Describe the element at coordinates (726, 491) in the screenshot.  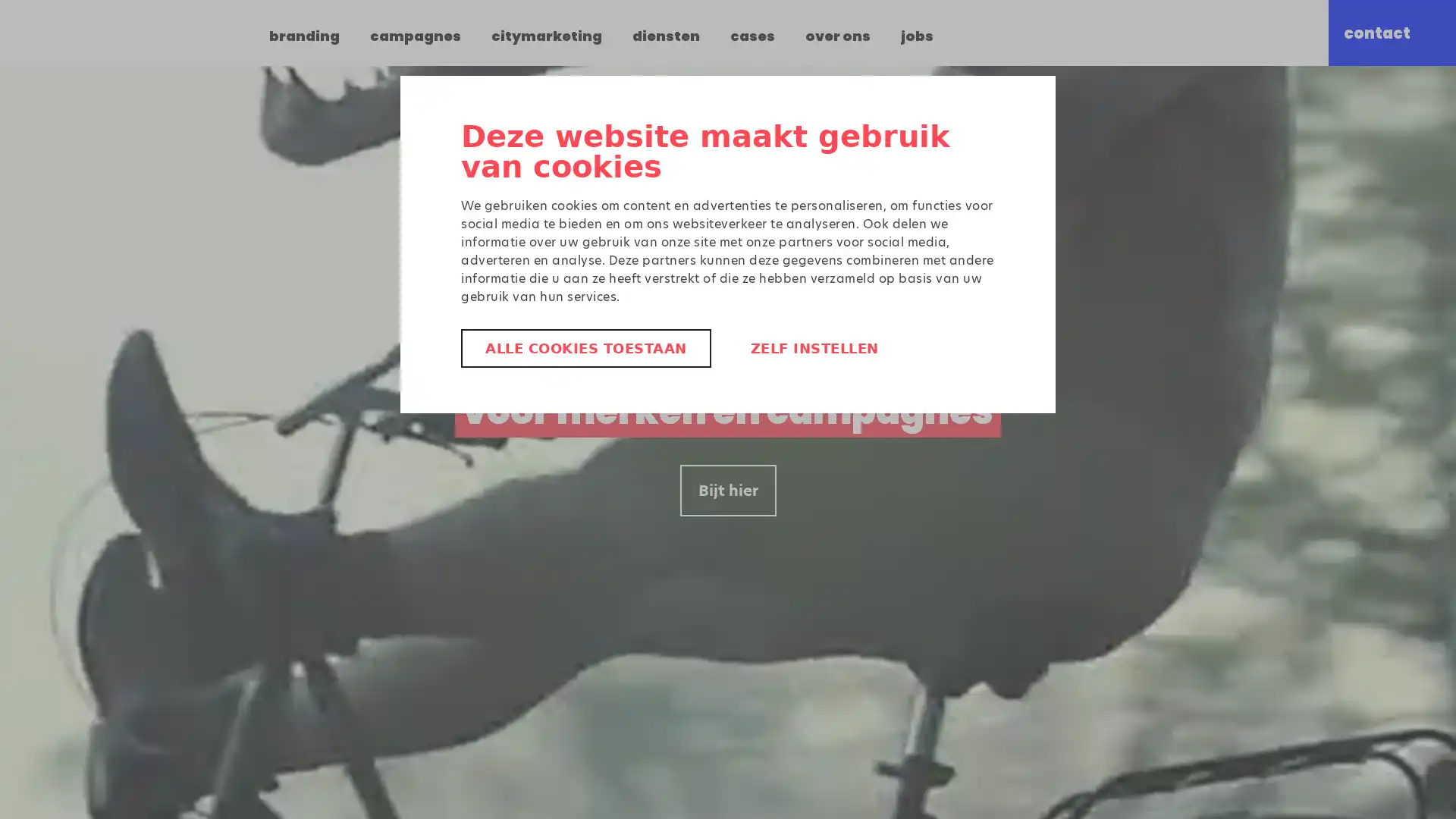
I see `Bijt hier` at that location.